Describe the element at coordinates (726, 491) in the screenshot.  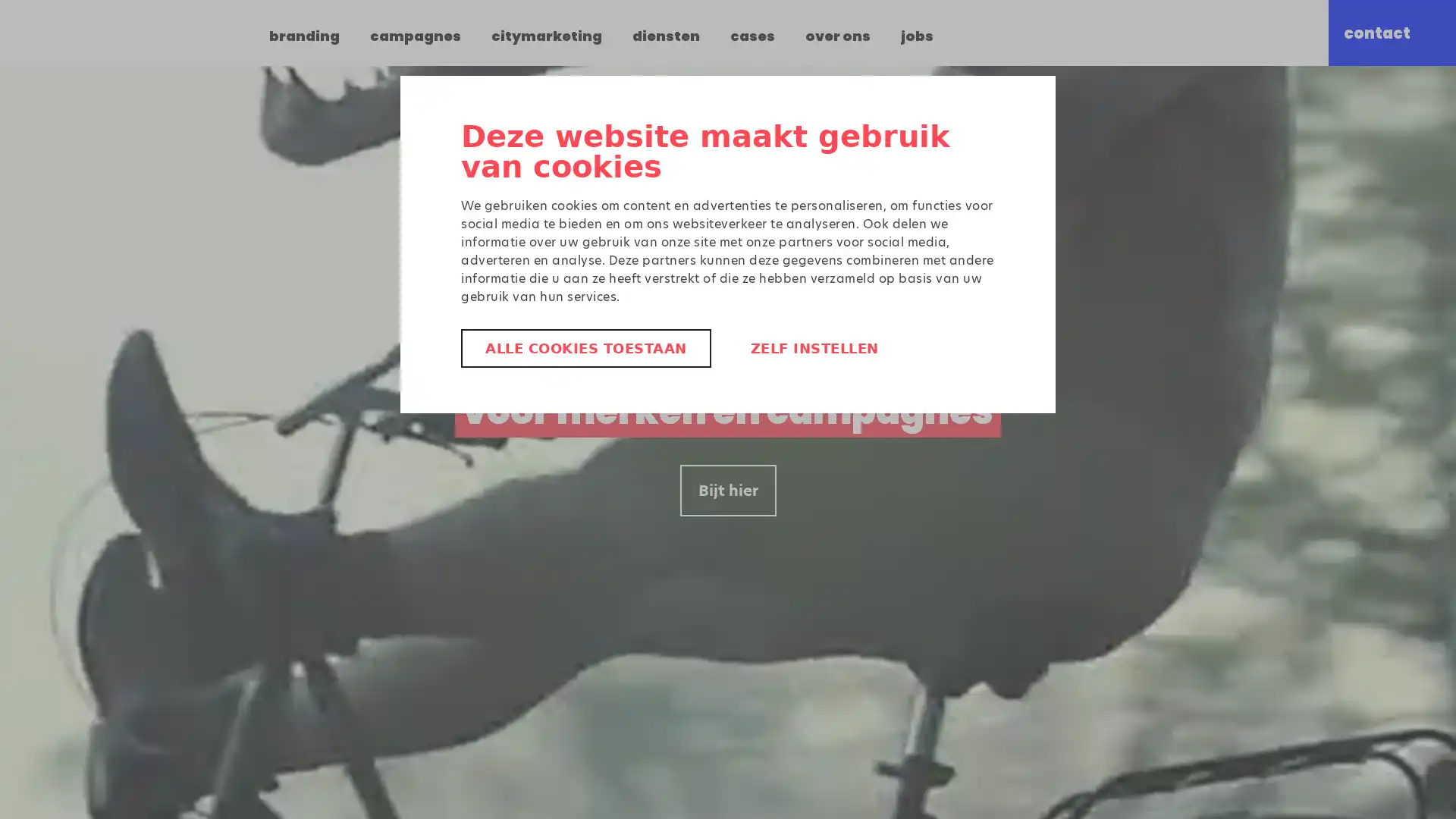
I see `Bijt hier` at that location.